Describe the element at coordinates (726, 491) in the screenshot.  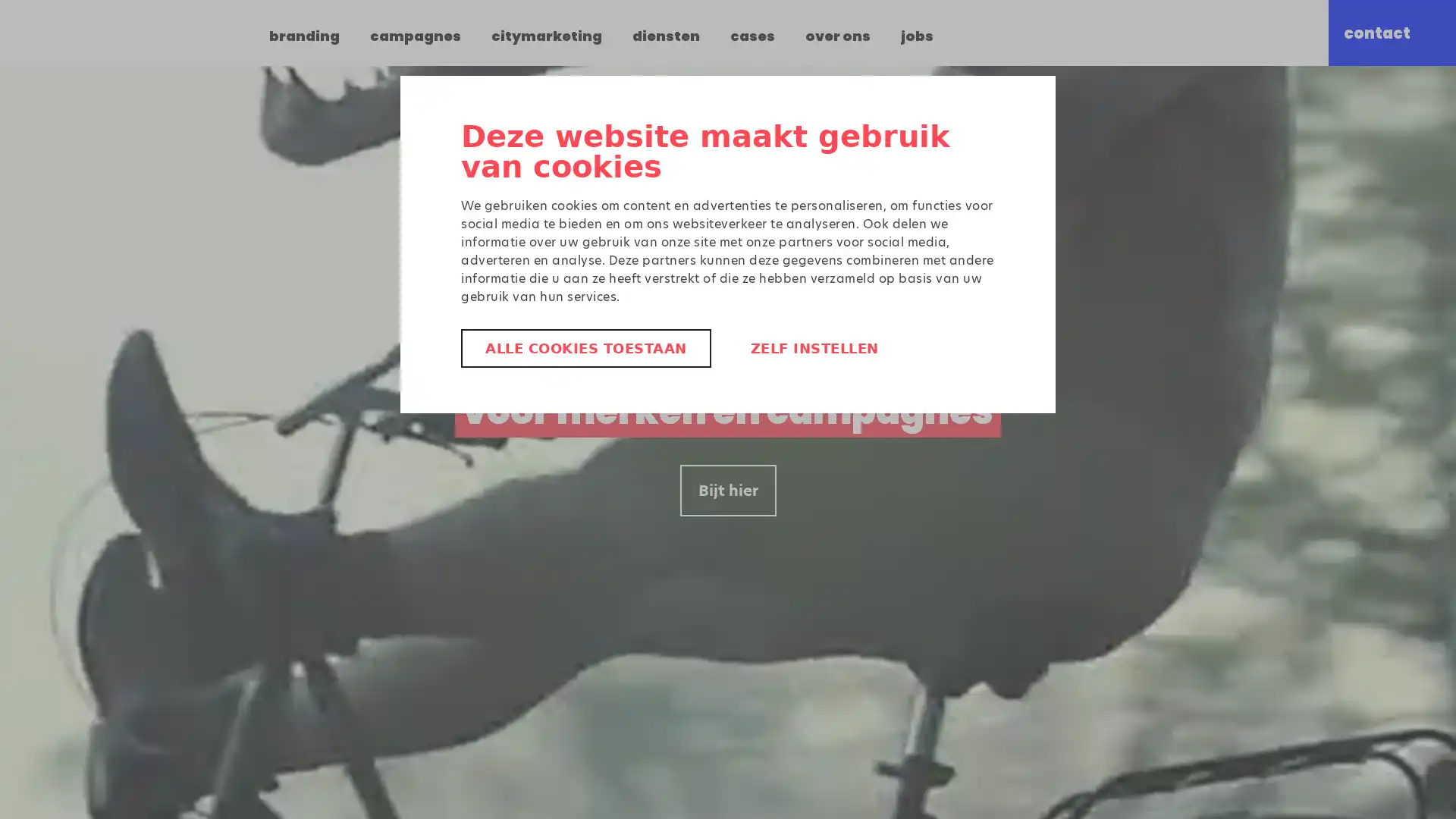
I see `Bijt hier` at that location.